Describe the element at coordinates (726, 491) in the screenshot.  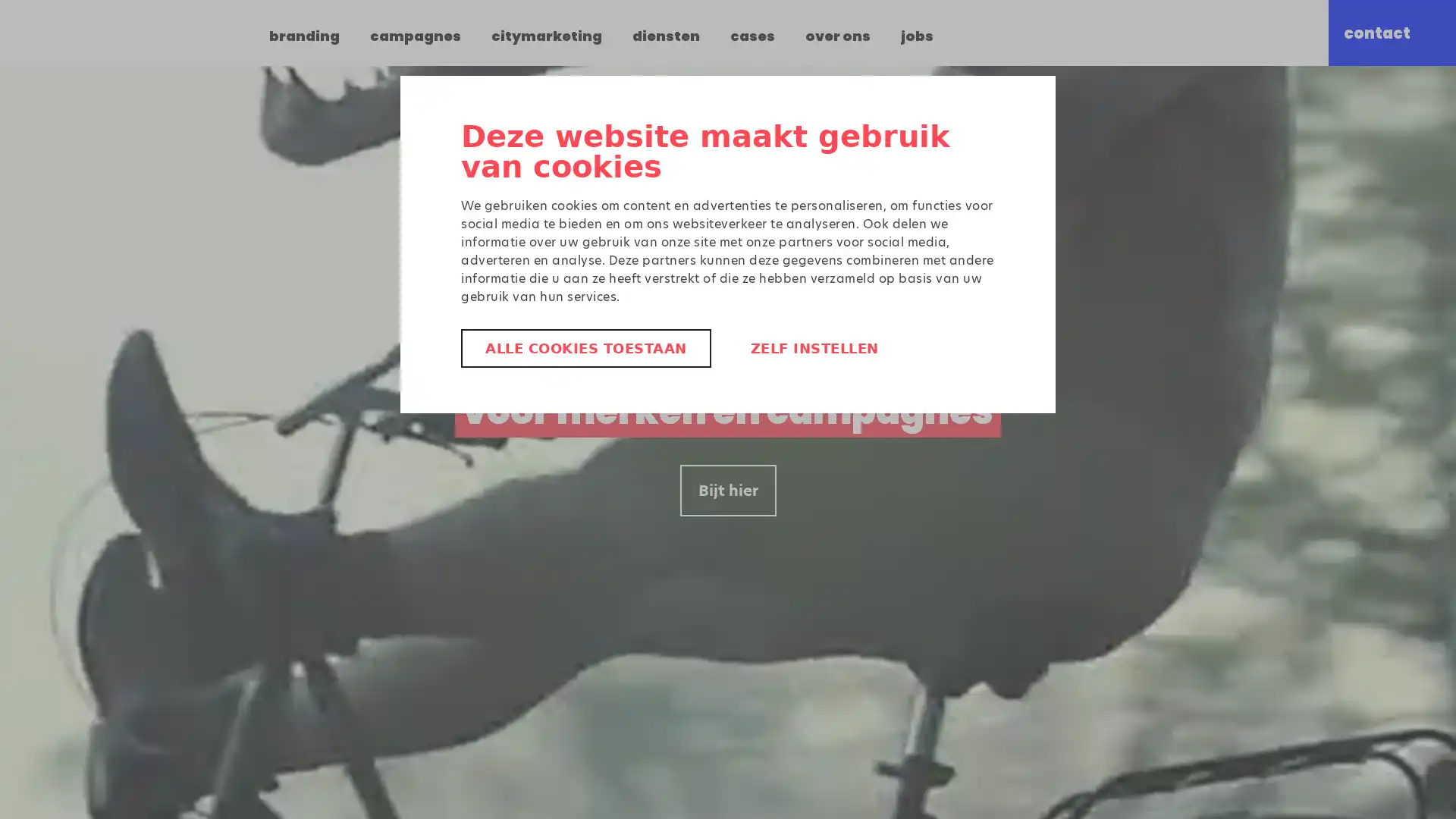
I see `Bijt hier` at that location.